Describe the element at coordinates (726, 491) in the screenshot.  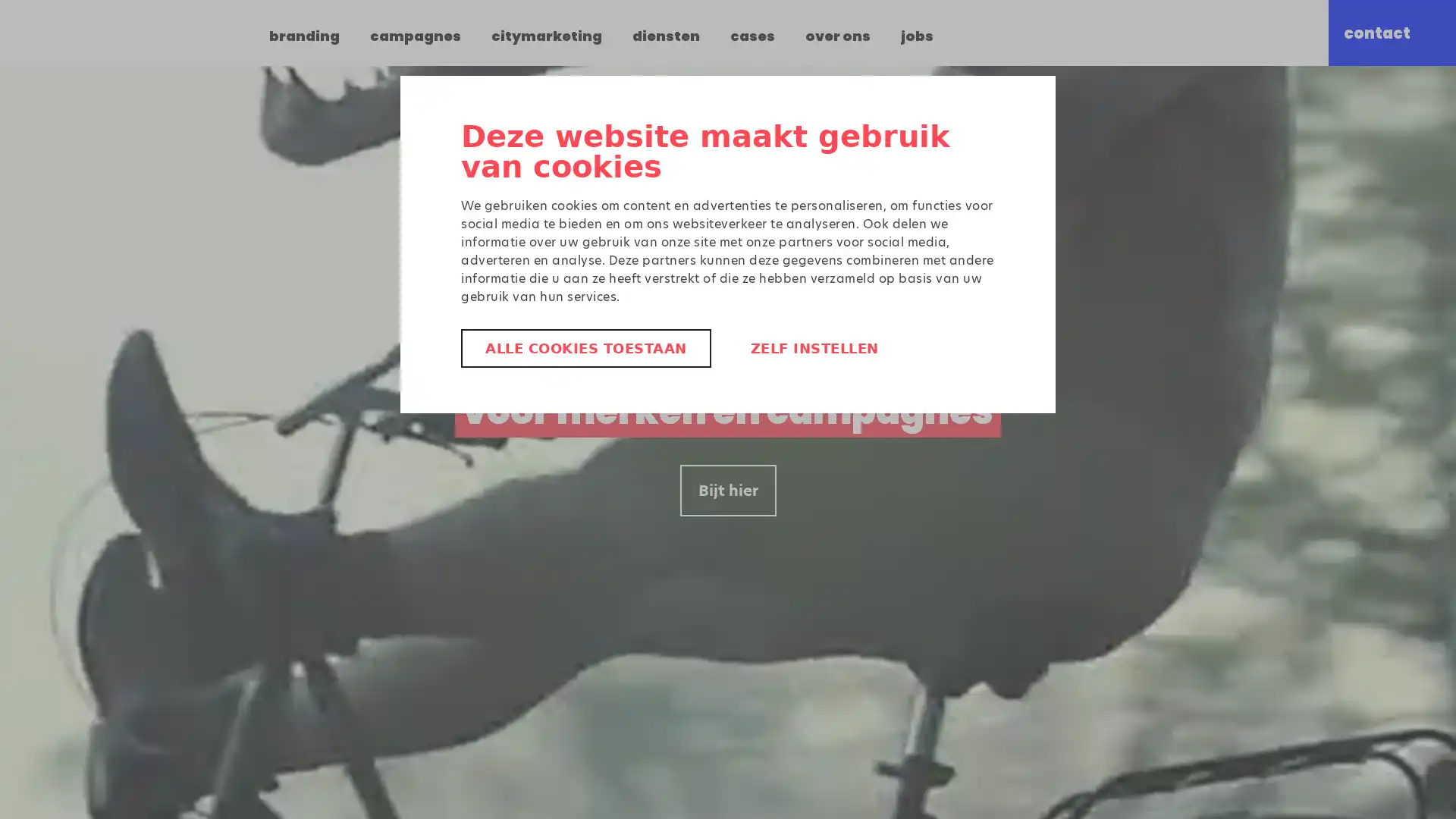
I see `Bijt hier` at that location.